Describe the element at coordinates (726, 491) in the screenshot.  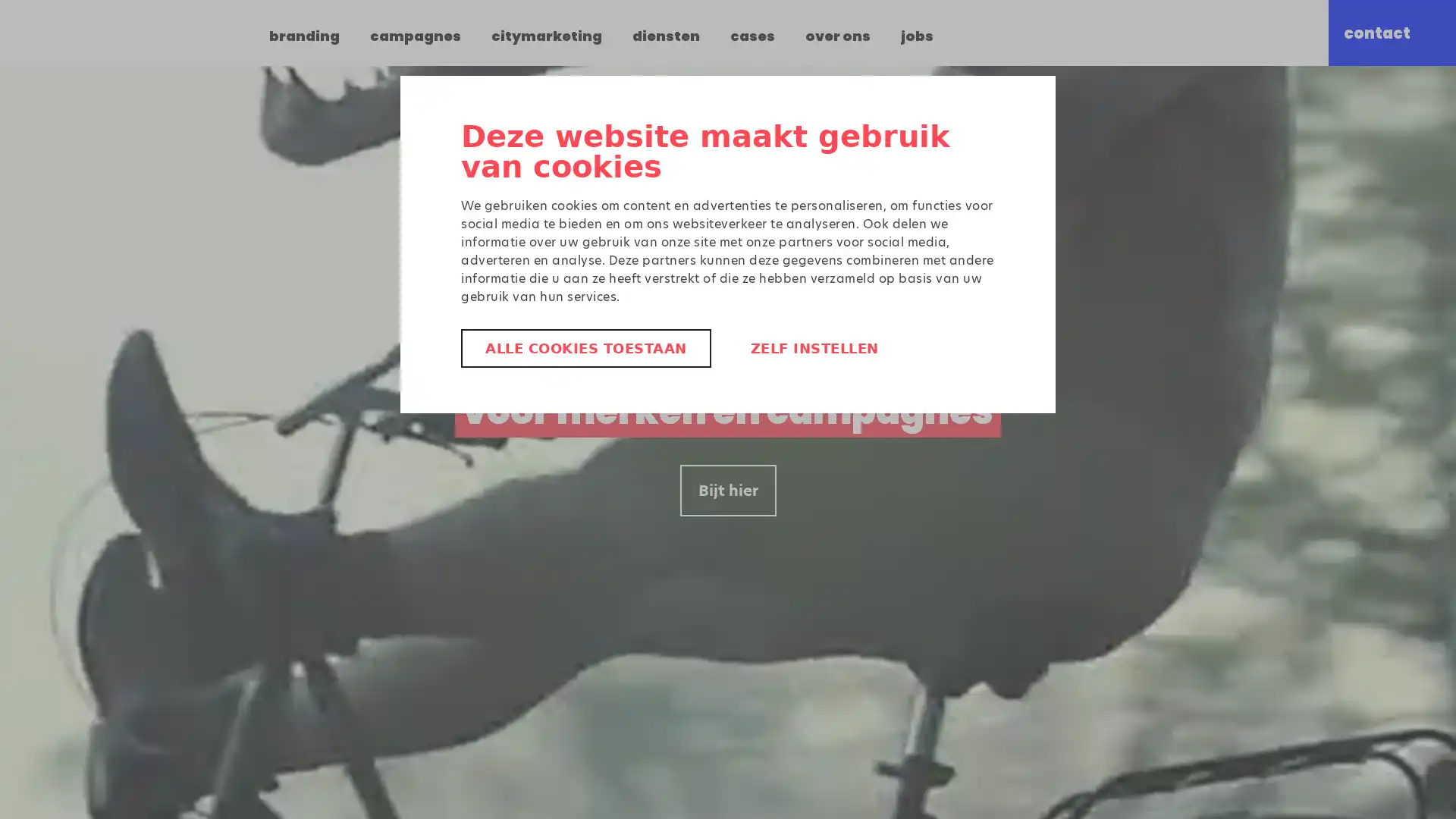
I see `Bijt hier` at that location.